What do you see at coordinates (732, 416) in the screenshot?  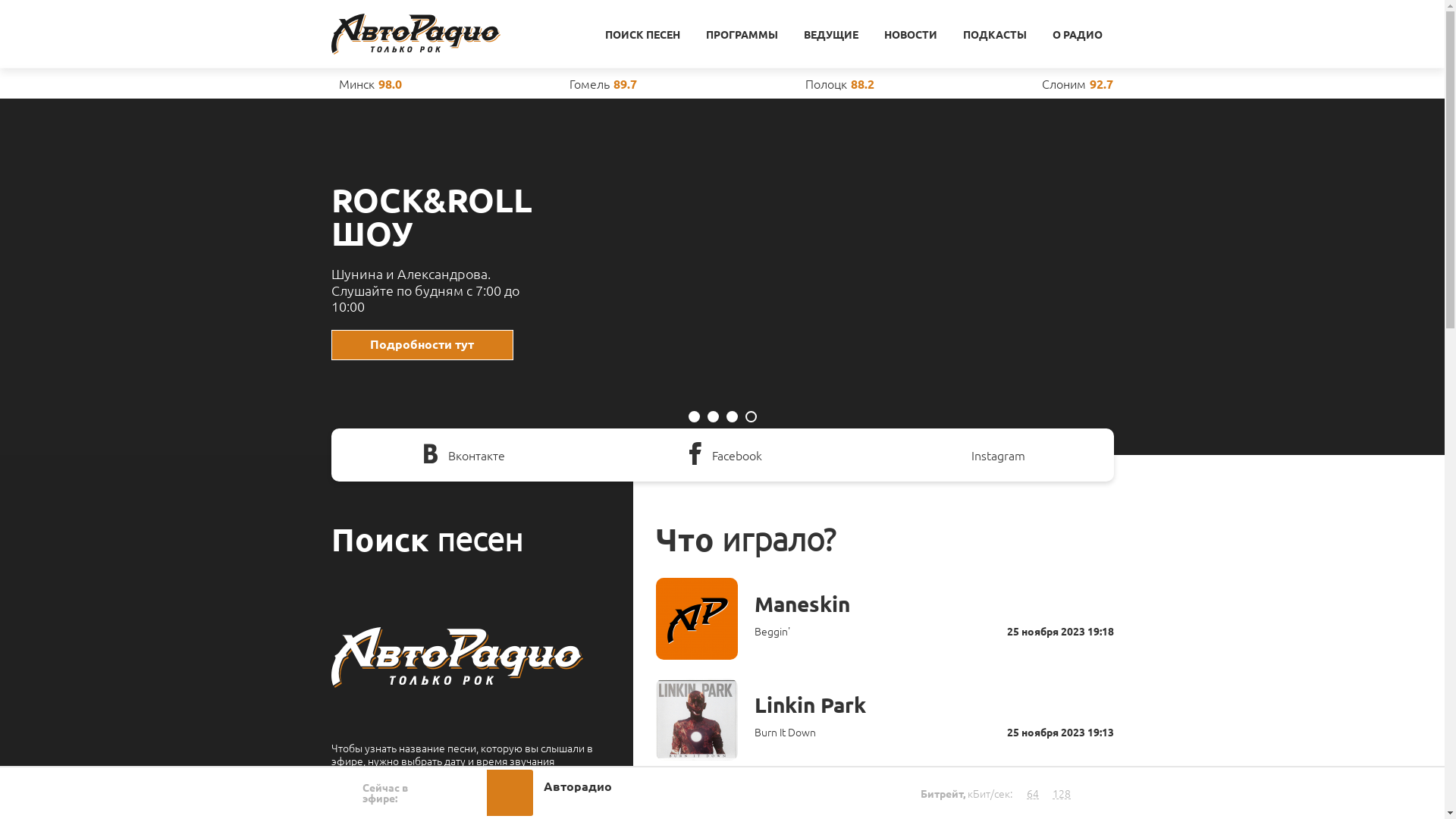 I see `'3'` at bounding box center [732, 416].